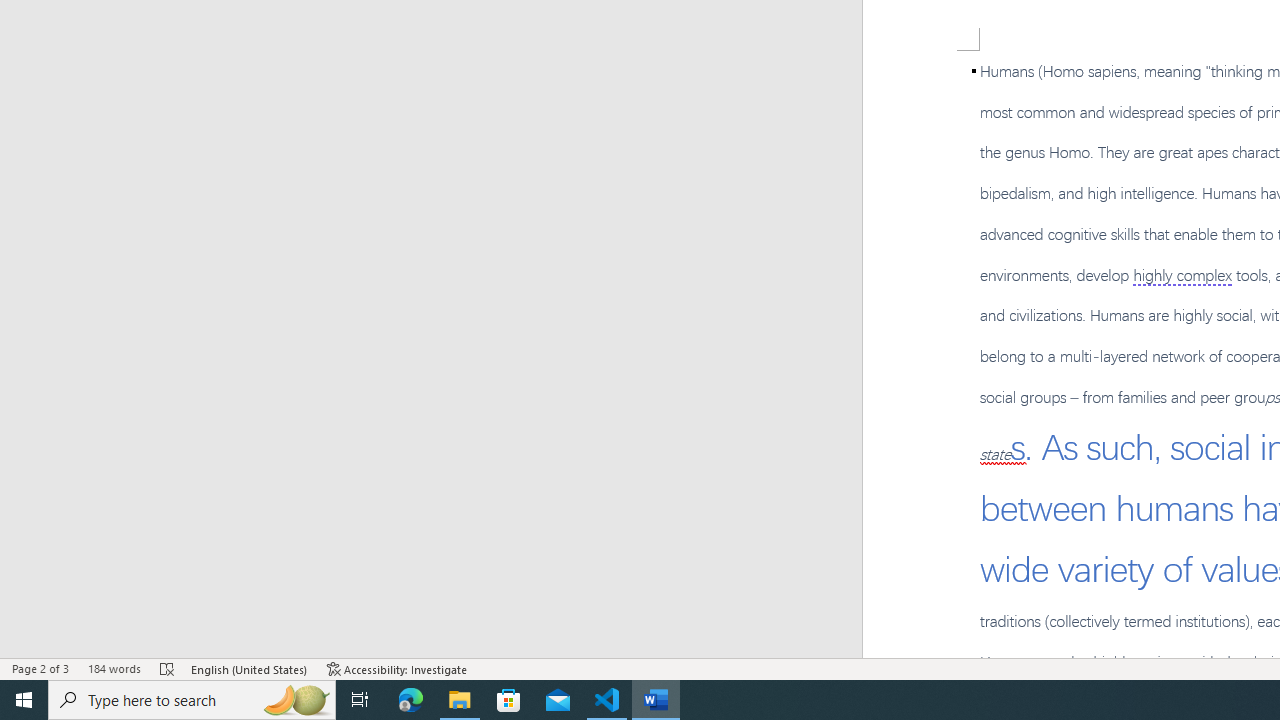  Describe the element at coordinates (40, 669) in the screenshot. I see `'Page Number Page 2 of 3'` at that location.